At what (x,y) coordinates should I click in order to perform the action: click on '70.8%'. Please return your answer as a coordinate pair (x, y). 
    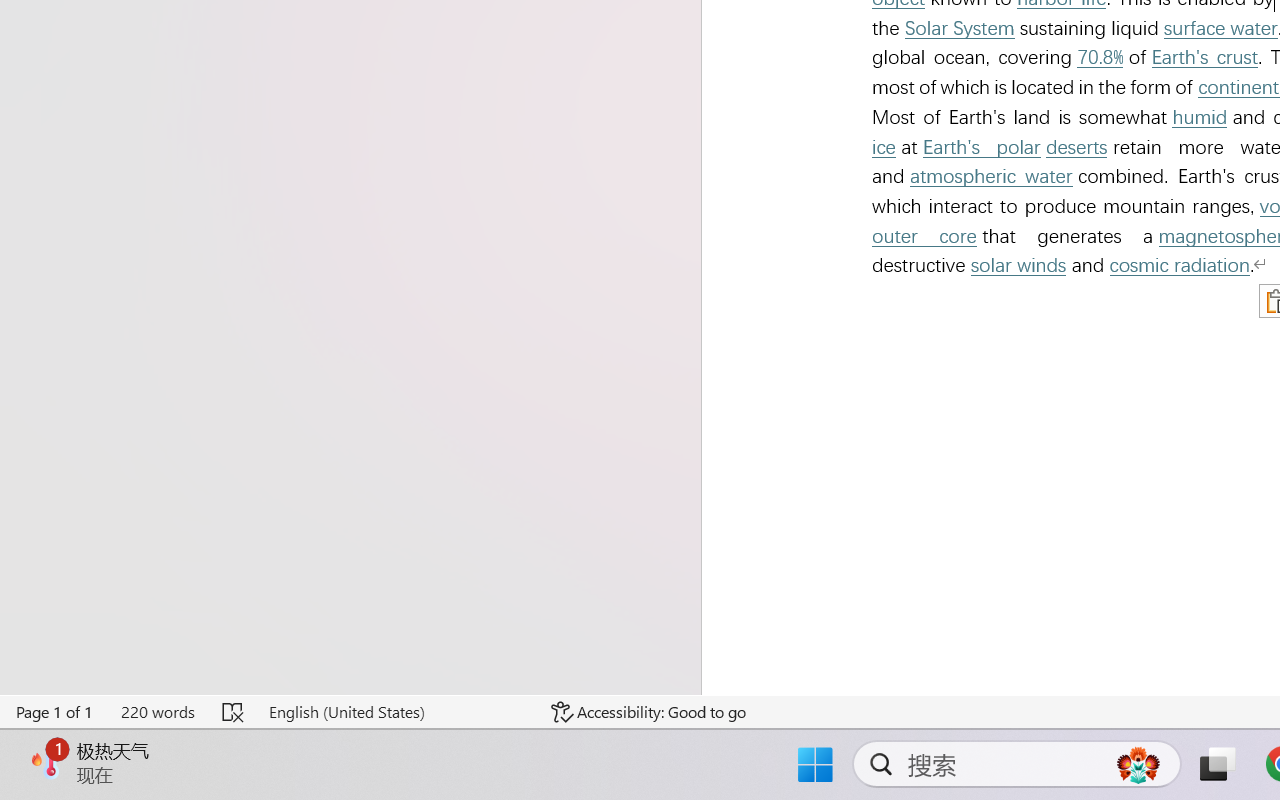
    Looking at the image, I should click on (1098, 56).